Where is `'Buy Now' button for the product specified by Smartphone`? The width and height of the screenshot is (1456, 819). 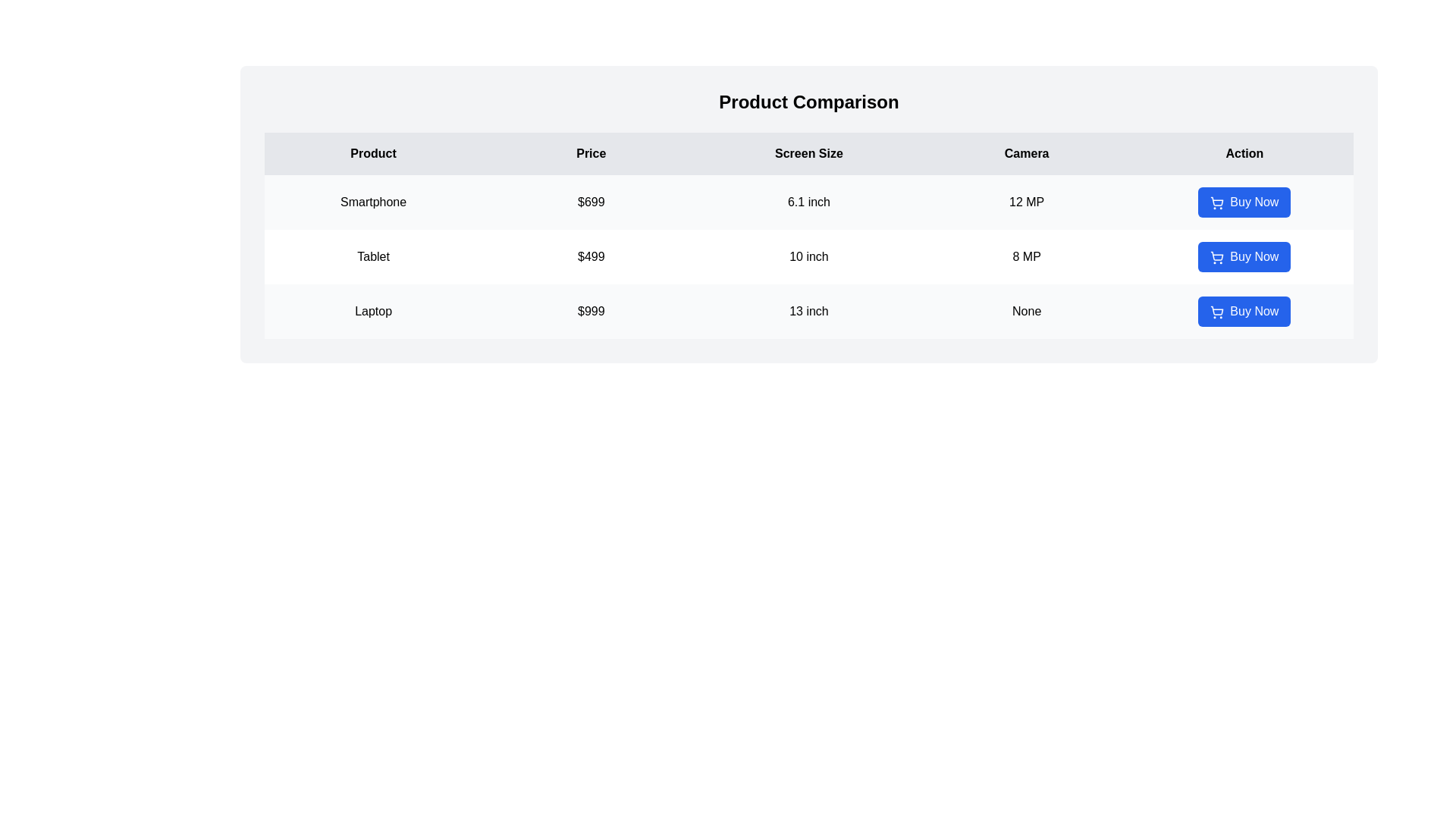
'Buy Now' button for the product specified by Smartphone is located at coordinates (1244, 201).